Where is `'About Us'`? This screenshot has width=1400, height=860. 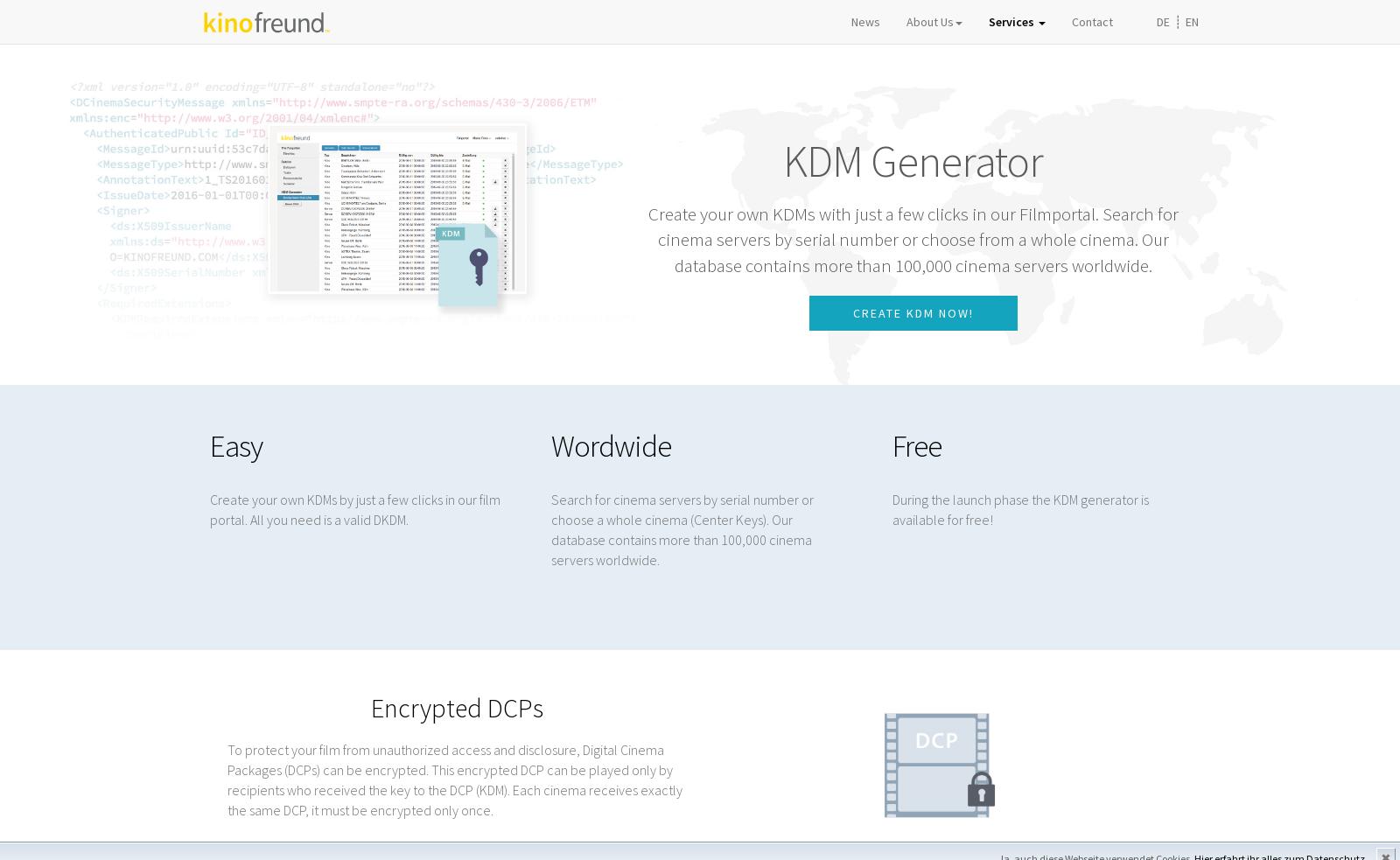
'About Us' is located at coordinates (930, 38).